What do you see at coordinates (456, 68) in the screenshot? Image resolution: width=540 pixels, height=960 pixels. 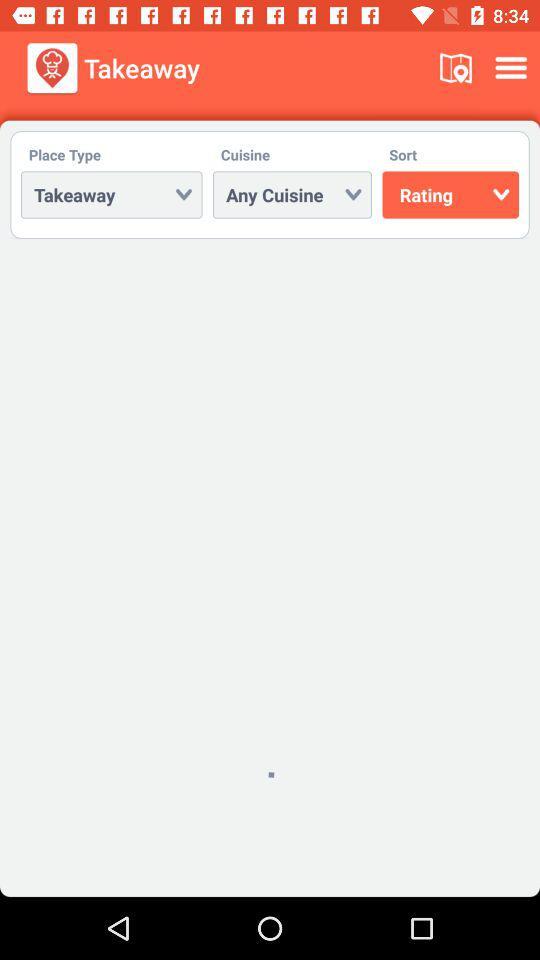 I see `the icon next to takeaway` at bounding box center [456, 68].